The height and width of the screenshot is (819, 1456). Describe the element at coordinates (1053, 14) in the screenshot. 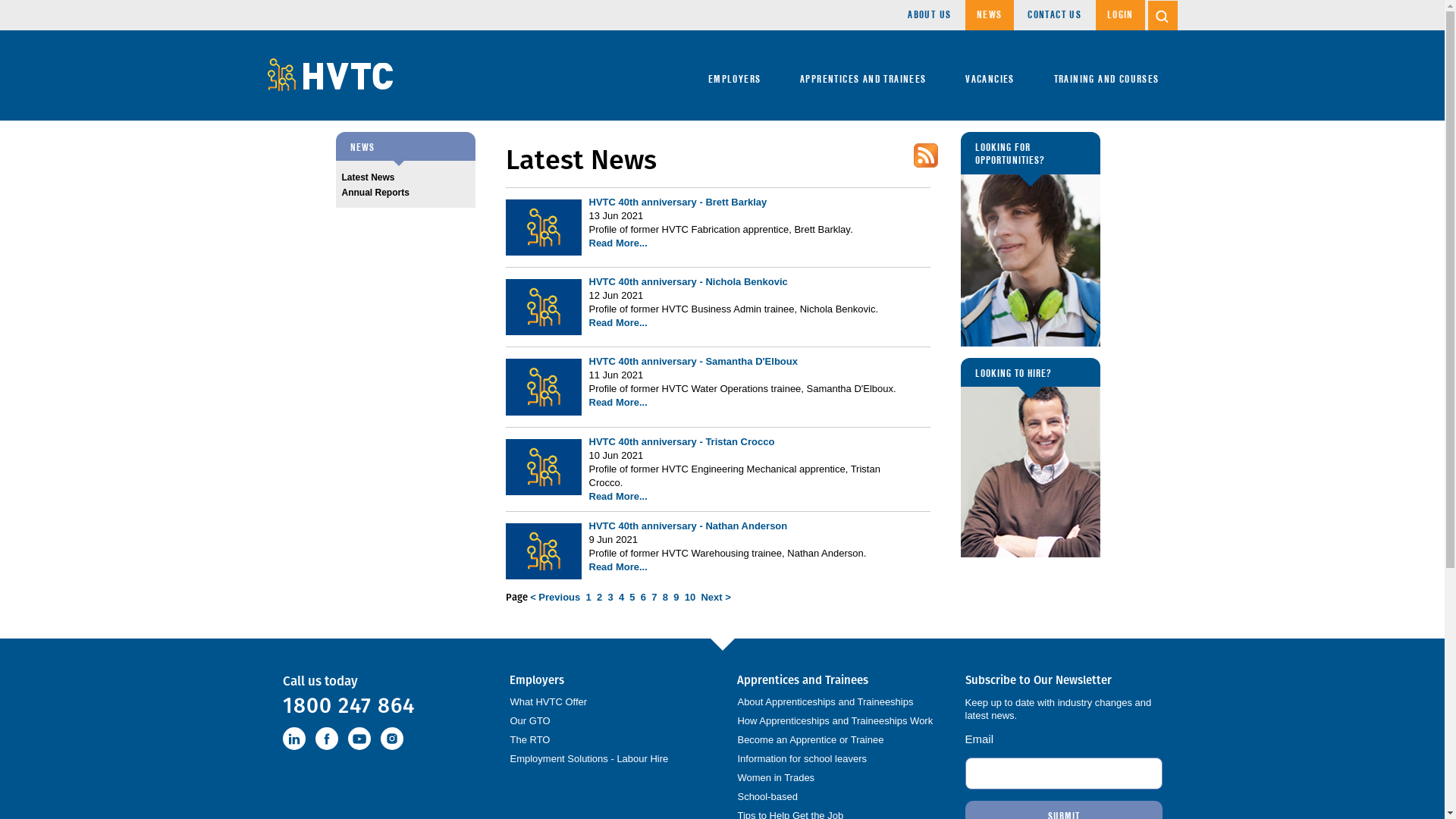

I see `'CONTACT US'` at that location.